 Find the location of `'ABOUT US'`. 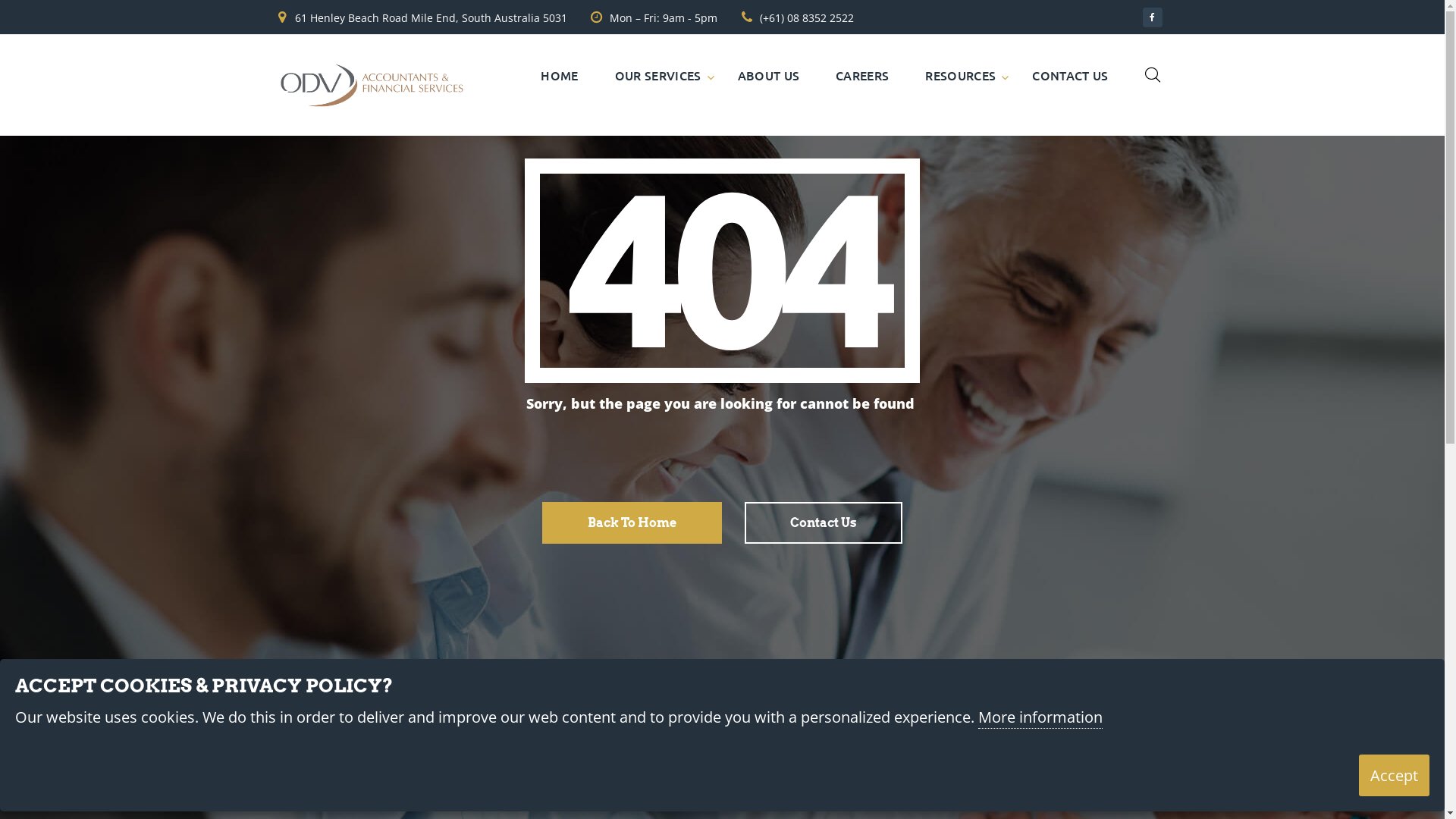

'ABOUT US' is located at coordinates (768, 75).